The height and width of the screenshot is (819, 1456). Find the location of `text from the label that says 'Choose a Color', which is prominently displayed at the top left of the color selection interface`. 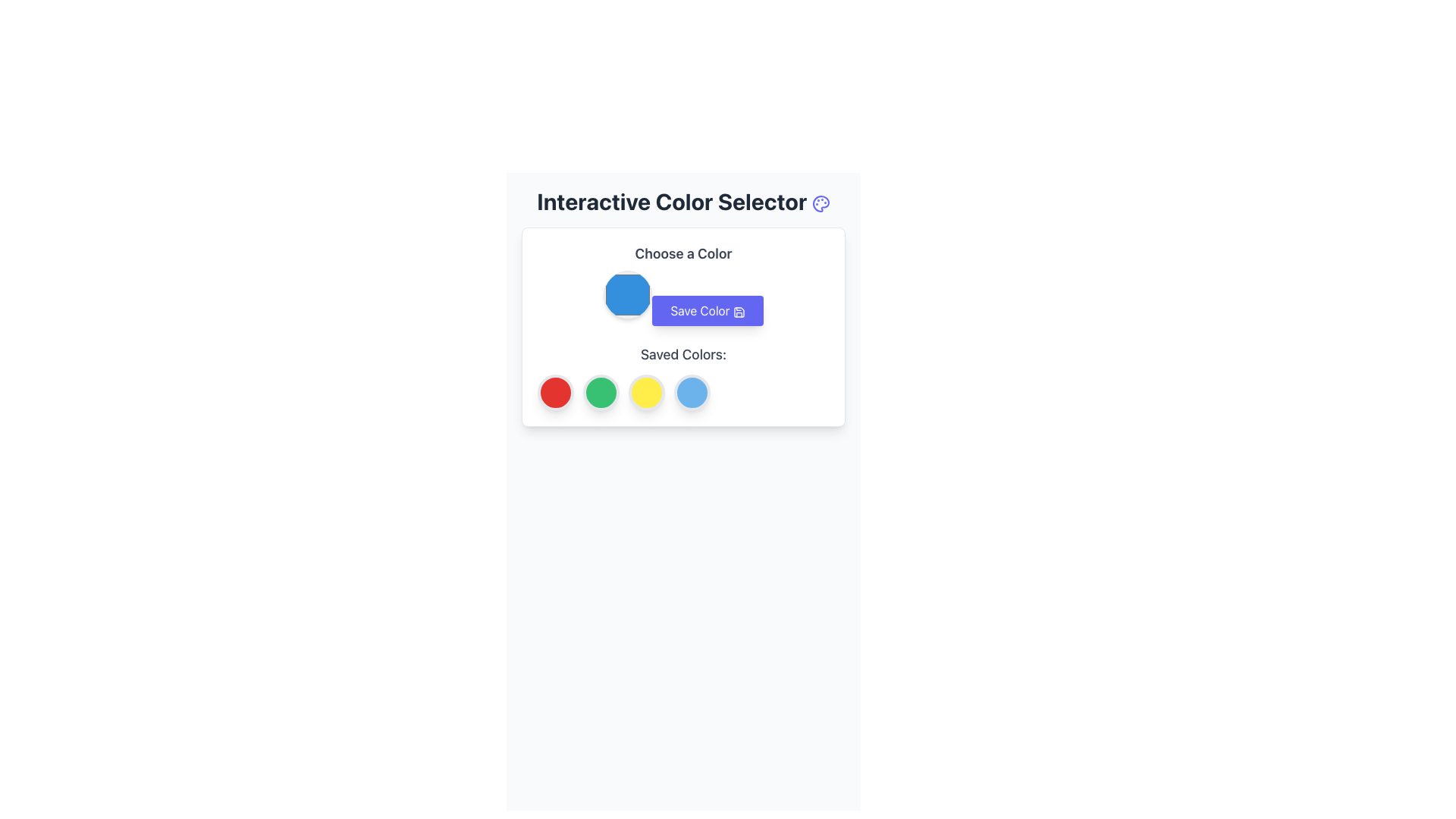

text from the label that says 'Choose a Color', which is prominently displayed at the top left of the color selection interface is located at coordinates (682, 253).